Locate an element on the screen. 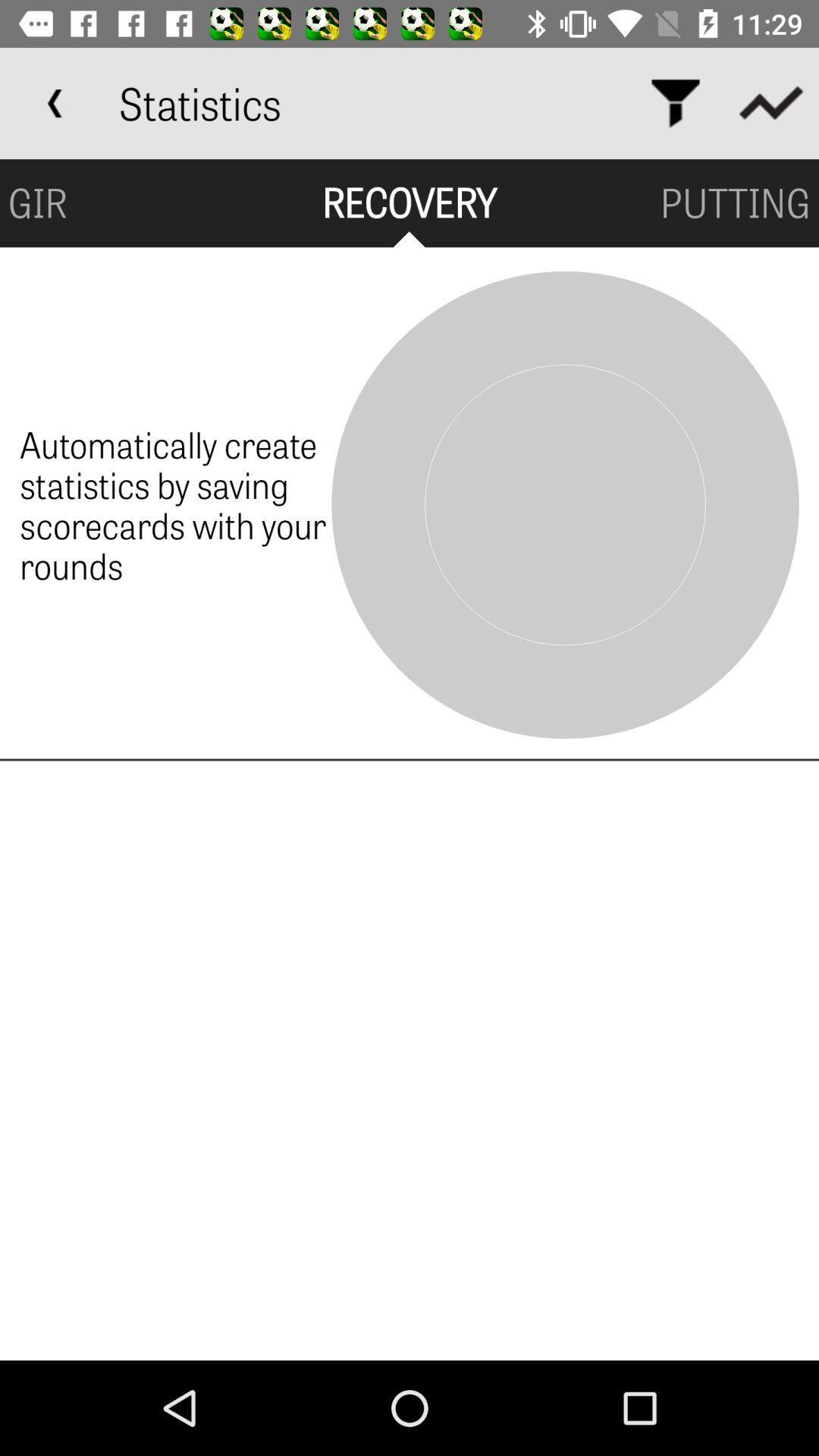 This screenshot has height=1456, width=819. icon next to the statistics item is located at coordinates (675, 102).